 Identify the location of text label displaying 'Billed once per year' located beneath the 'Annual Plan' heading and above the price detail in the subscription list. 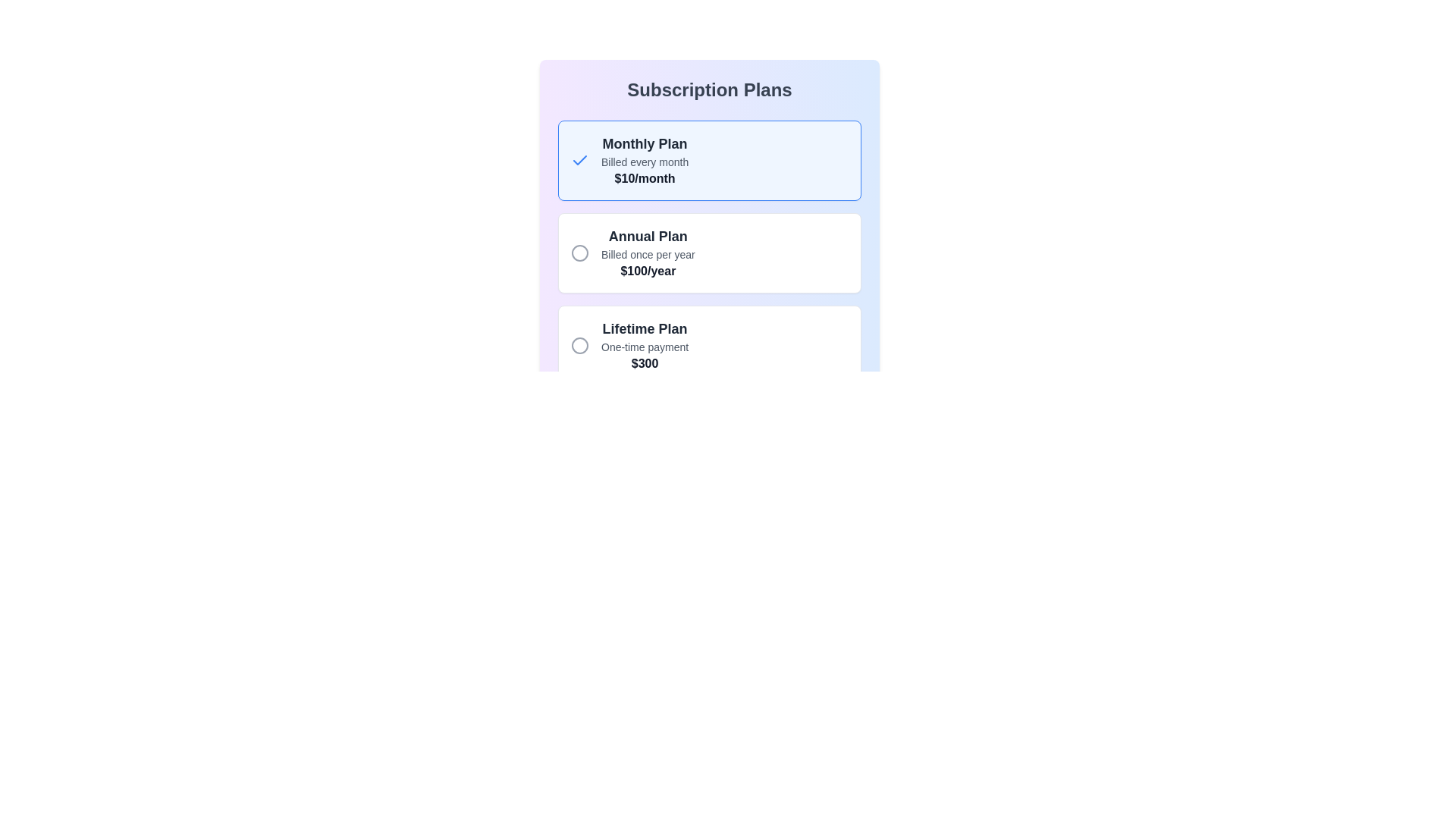
(648, 253).